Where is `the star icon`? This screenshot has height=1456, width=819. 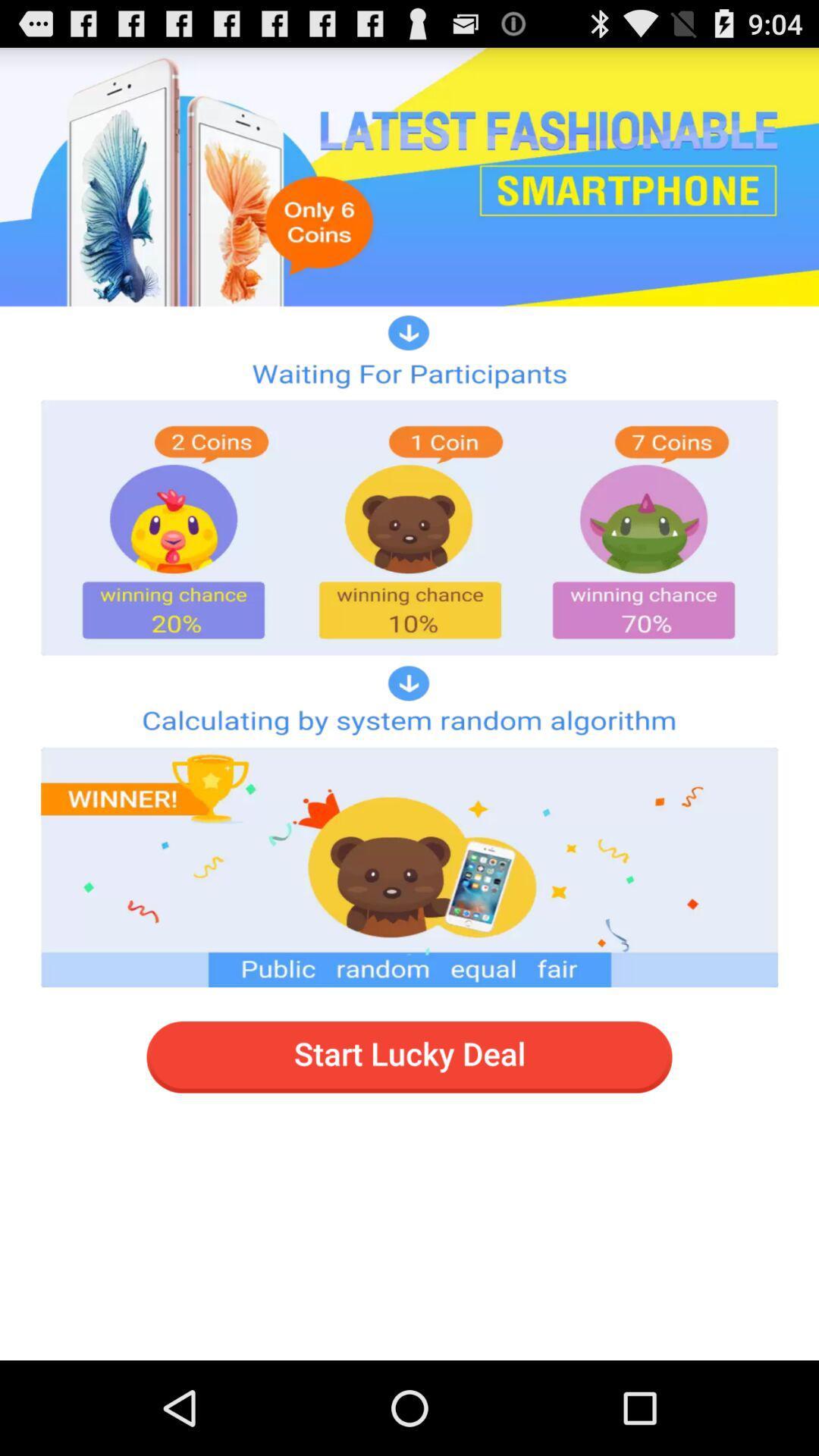
the star icon is located at coordinates (736, 105).